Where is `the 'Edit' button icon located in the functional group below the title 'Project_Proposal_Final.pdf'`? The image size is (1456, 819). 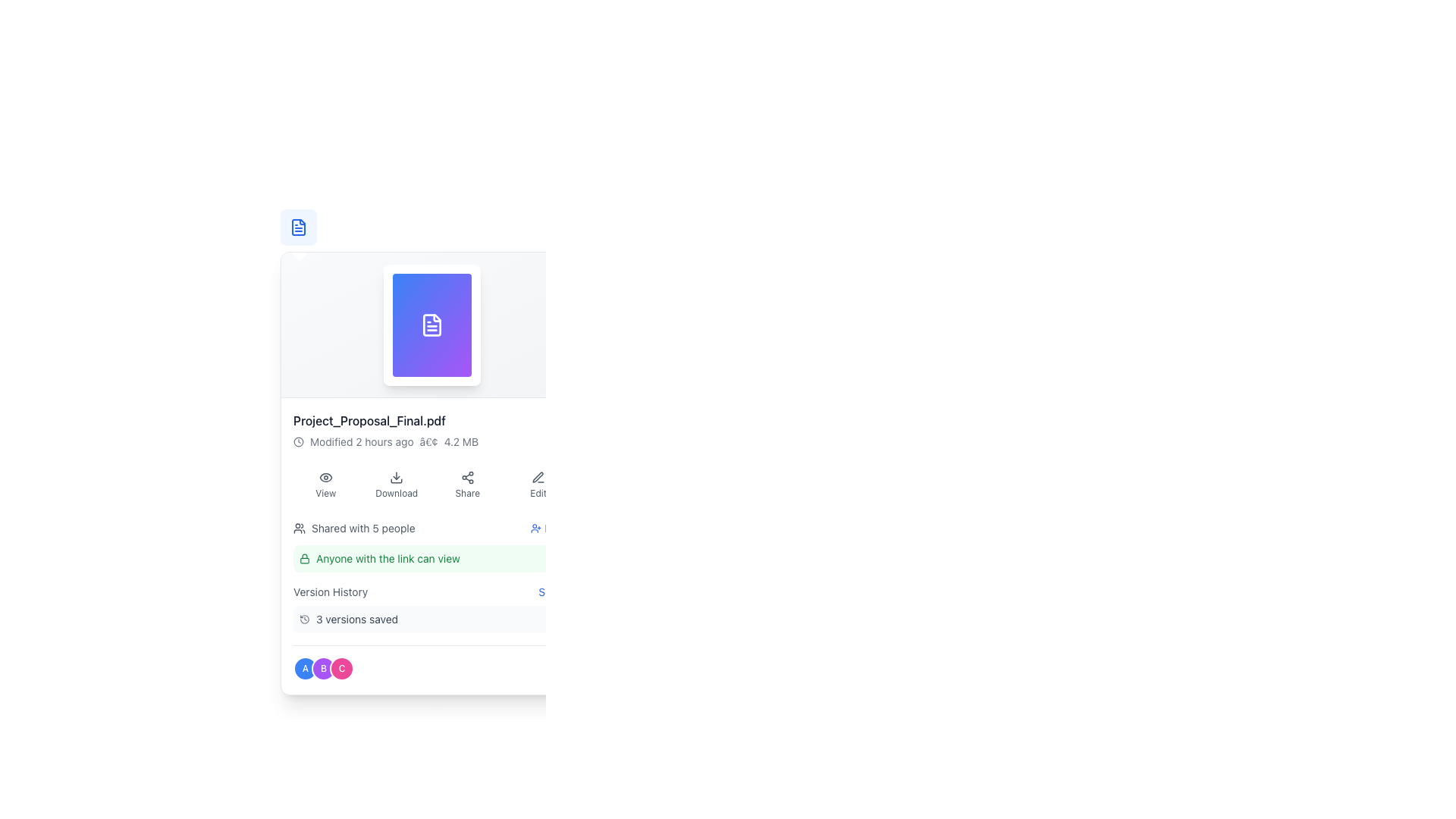 the 'Edit' button icon located in the functional group below the title 'Project_Proposal_Final.pdf' is located at coordinates (538, 476).